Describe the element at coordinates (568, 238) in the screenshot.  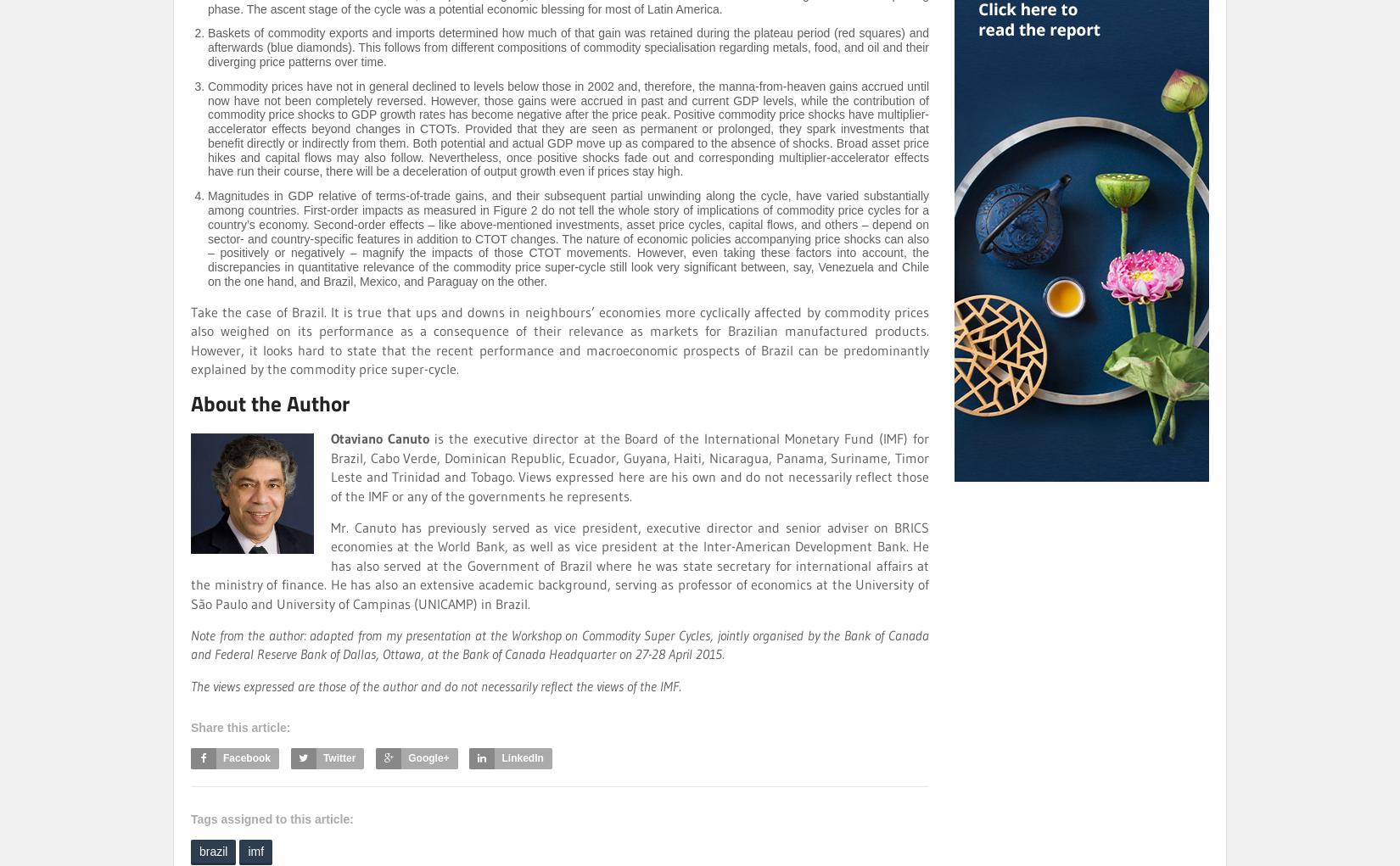
I see `'Magnitudes in GDP relative of terms-of-trade gains, and their subsequent partial unwinding along the cycle, have varied substantially among countries. First-order impacts as measured in Figure 2 do not tell the whole story of implications of commodity price cycles for a country’s economy. Second-order effects – like above-mentioned investments, asset price cycles, capital flows, and others – depend on sector- and country-specific features in addition to CTOT changes. The nature of economic policies accompanying price shocks can also – positively or negatively – magnify the impacts of those CTOT movements. However, even taking these factors into account, the discrepancies in quantitative relevance of the commodity price super-cycle still look very significant between, say, Venezuela and Chile on the one hand, and Brazil, Mexico, and Paraguay on the other.'` at that location.